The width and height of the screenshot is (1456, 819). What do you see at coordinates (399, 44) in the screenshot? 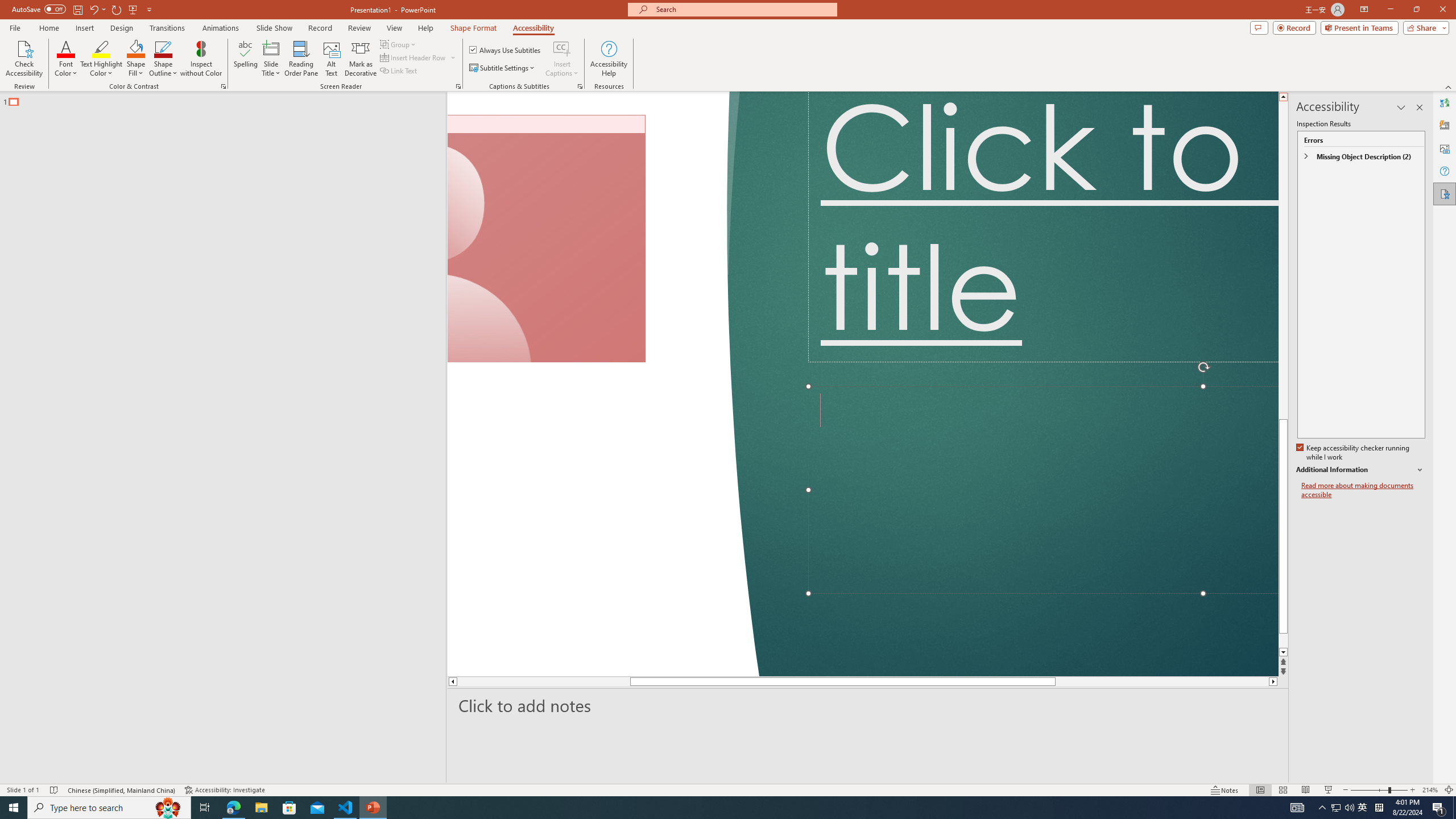
I see `'Group'` at bounding box center [399, 44].